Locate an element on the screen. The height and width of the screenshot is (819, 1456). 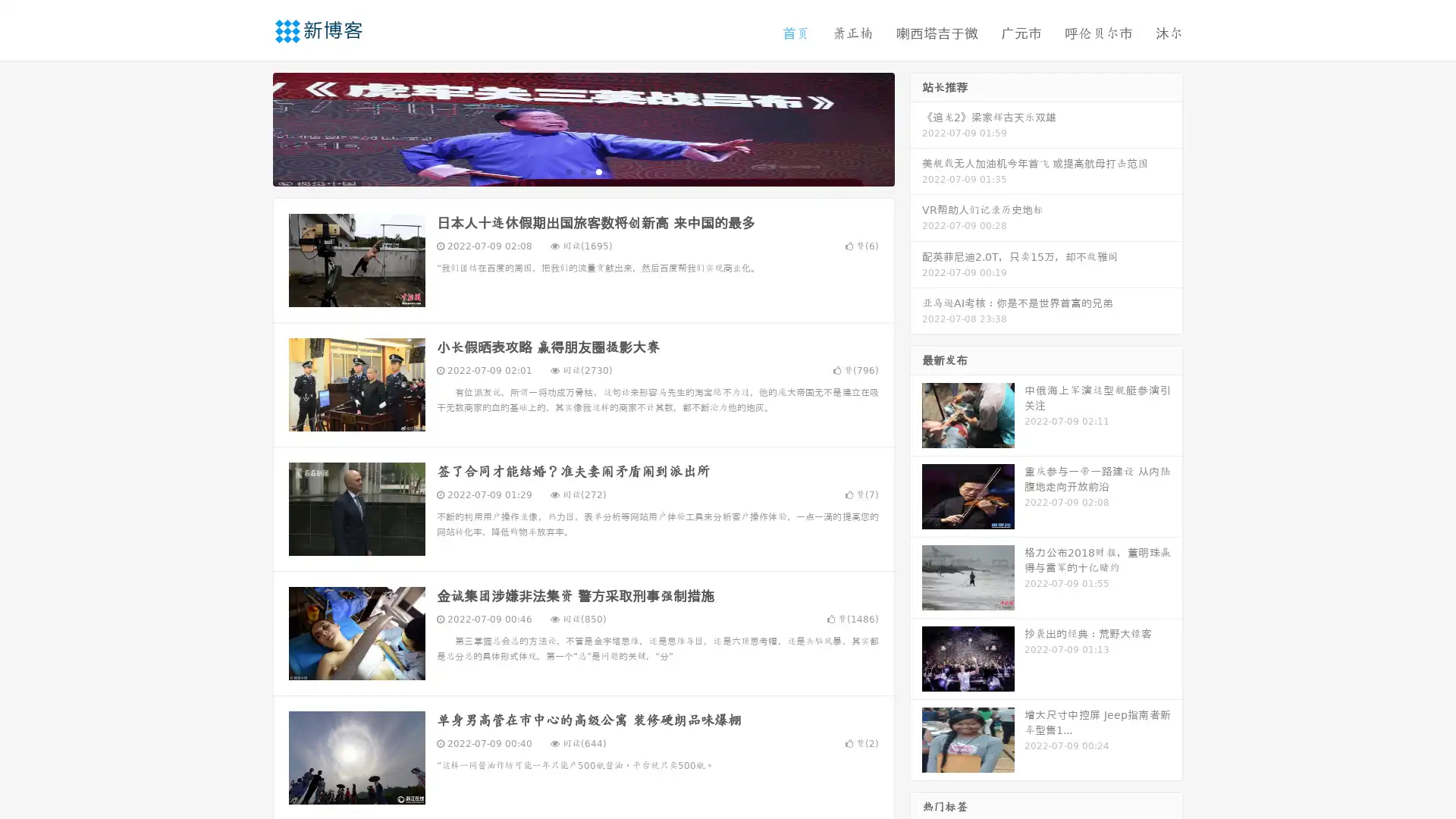
Go to slide 2 is located at coordinates (582, 171).